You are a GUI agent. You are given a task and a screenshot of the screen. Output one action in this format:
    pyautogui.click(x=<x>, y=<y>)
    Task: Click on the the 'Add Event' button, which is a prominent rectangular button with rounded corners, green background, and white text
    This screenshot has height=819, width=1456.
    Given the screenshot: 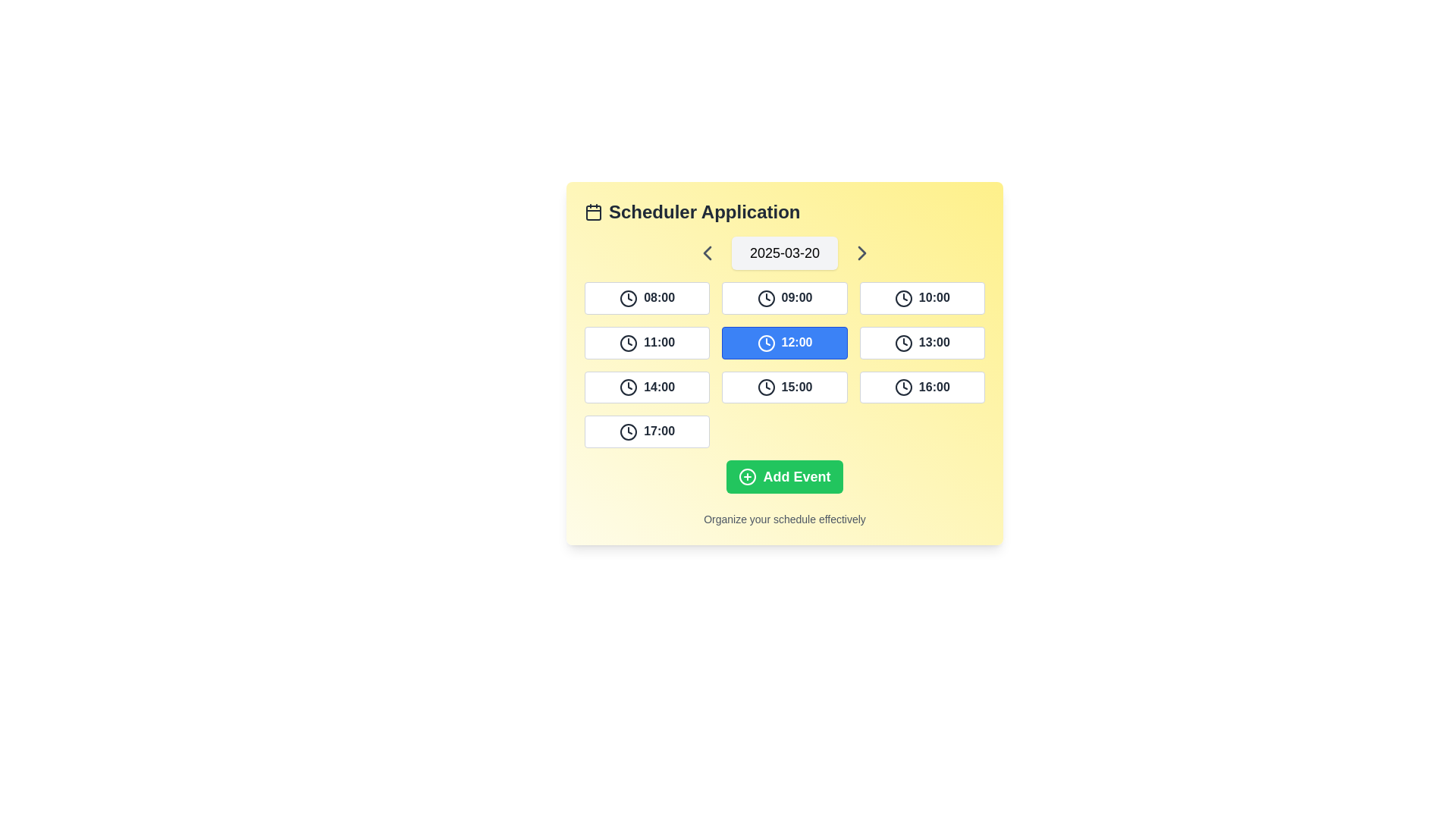 What is the action you would take?
    pyautogui.click(x=785, y=476)
    